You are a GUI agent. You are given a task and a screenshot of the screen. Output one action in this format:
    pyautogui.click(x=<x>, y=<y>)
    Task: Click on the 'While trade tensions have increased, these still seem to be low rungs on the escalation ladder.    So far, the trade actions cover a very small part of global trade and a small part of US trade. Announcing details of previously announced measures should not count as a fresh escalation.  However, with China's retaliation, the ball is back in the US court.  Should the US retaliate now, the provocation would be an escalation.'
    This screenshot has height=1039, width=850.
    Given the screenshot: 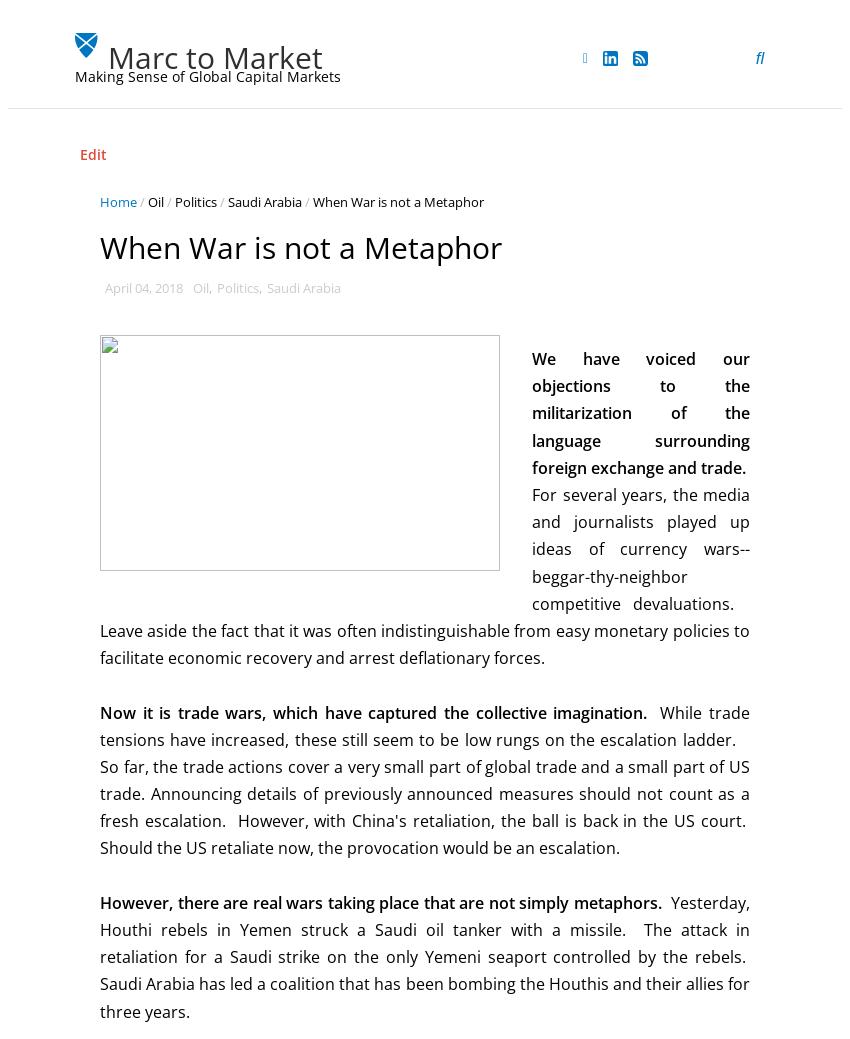 What is the action you would take?
    pyautogui.click(x=425, y=778)
    